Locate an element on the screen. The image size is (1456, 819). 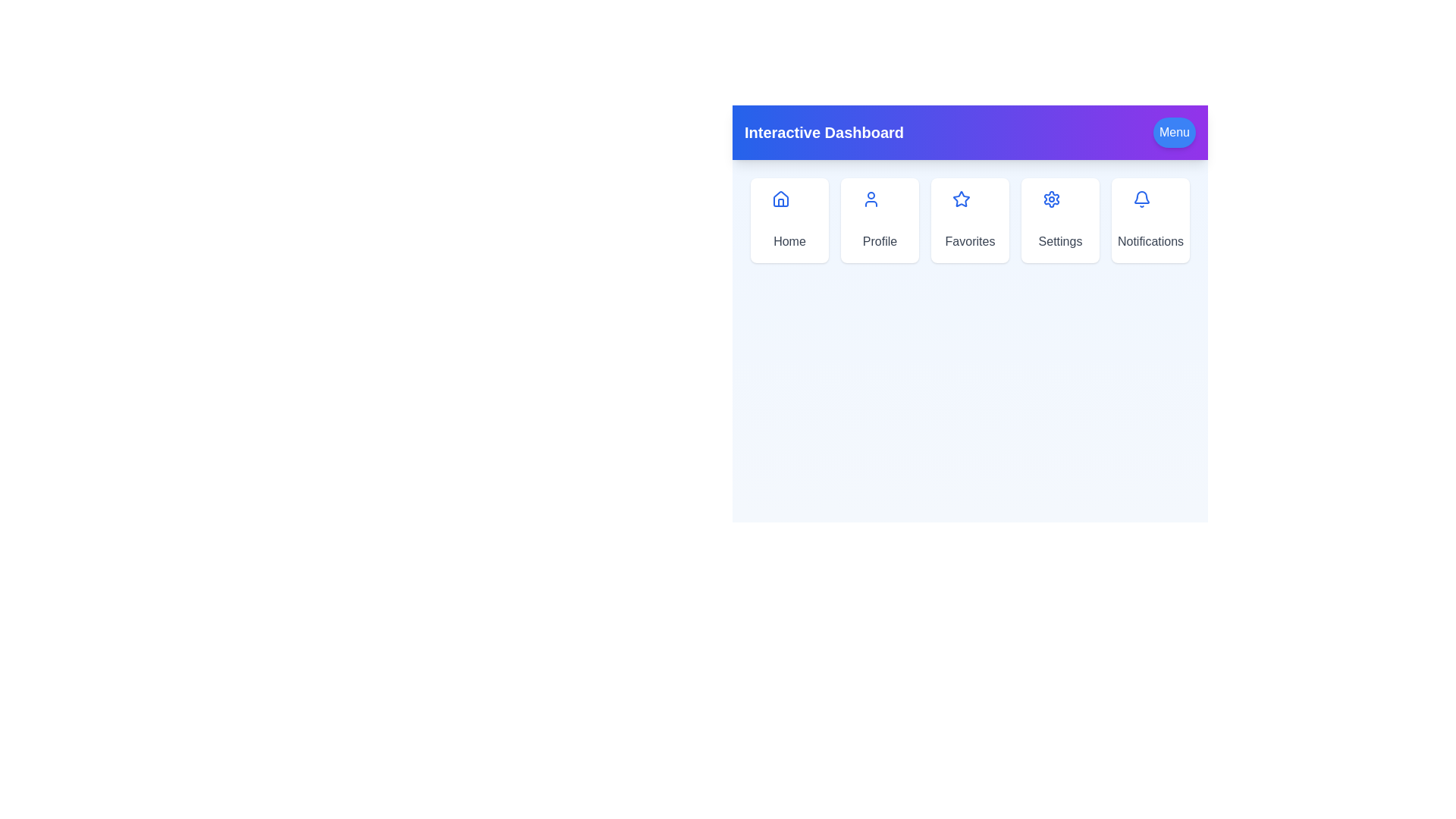
the Profile menu option is located at coordinates (880, 220).